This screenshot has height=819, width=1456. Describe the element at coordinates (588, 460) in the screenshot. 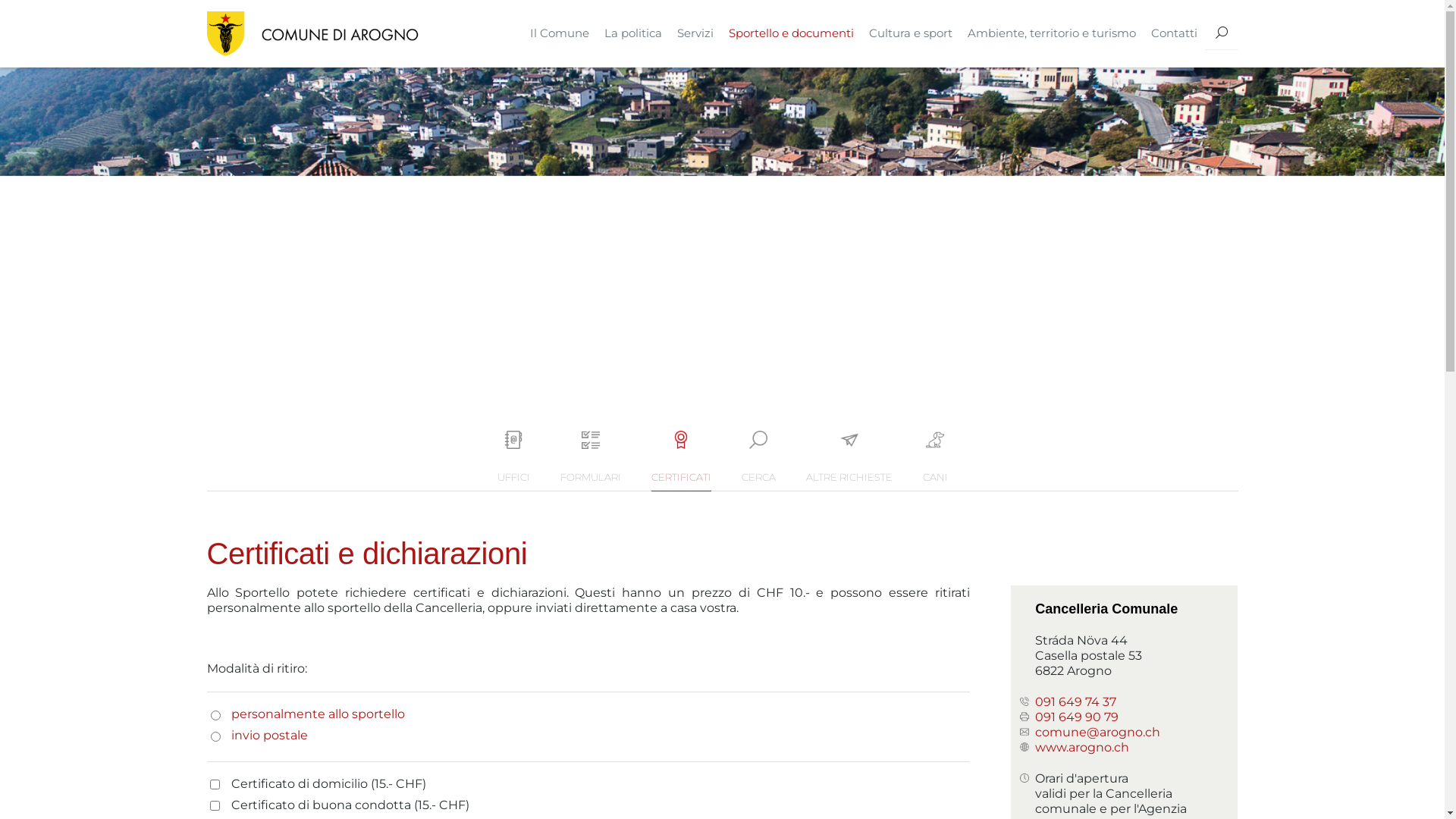

I see `'FORMULARI'` at that location.